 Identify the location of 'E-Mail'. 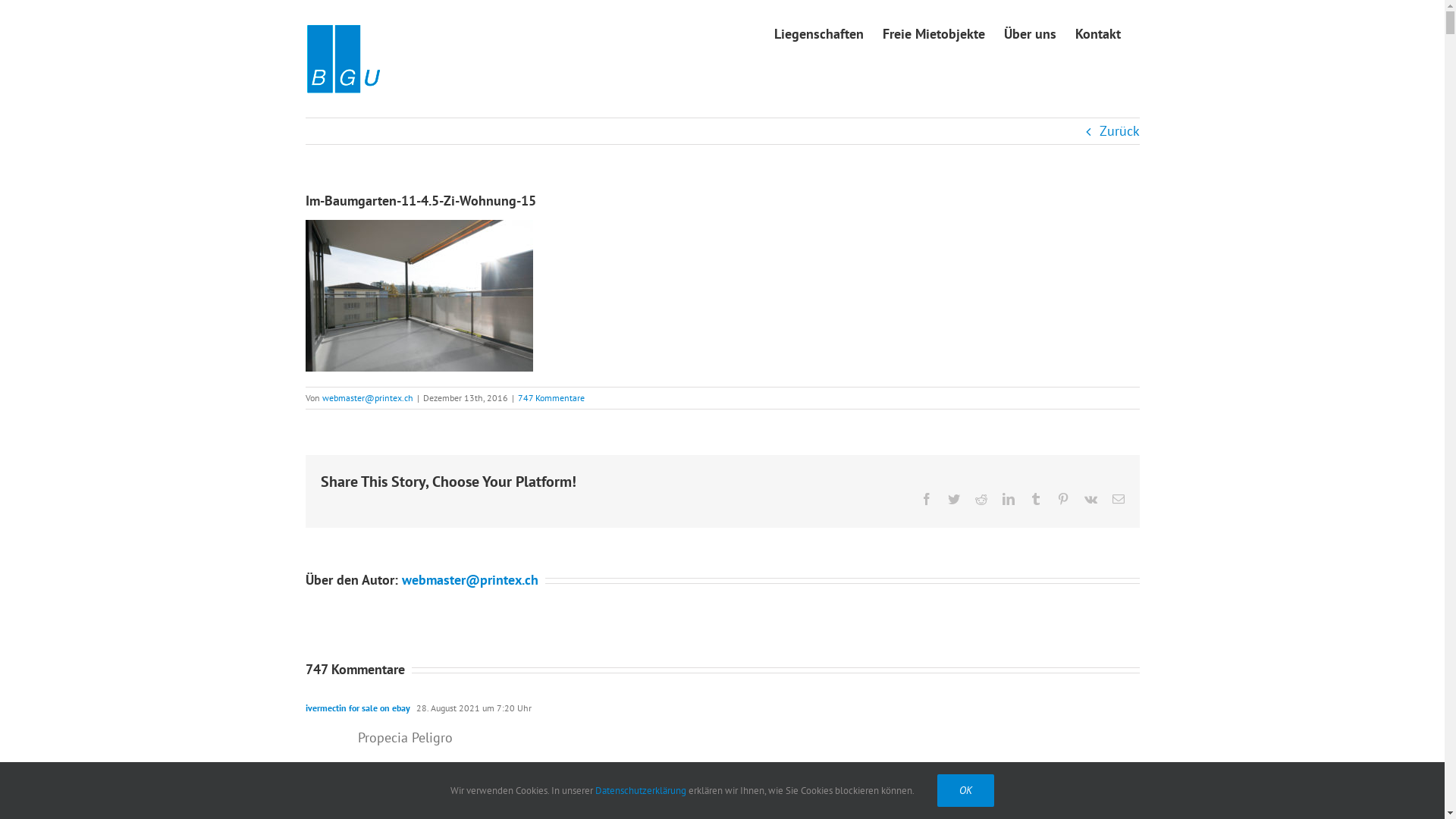
(1111, 499).